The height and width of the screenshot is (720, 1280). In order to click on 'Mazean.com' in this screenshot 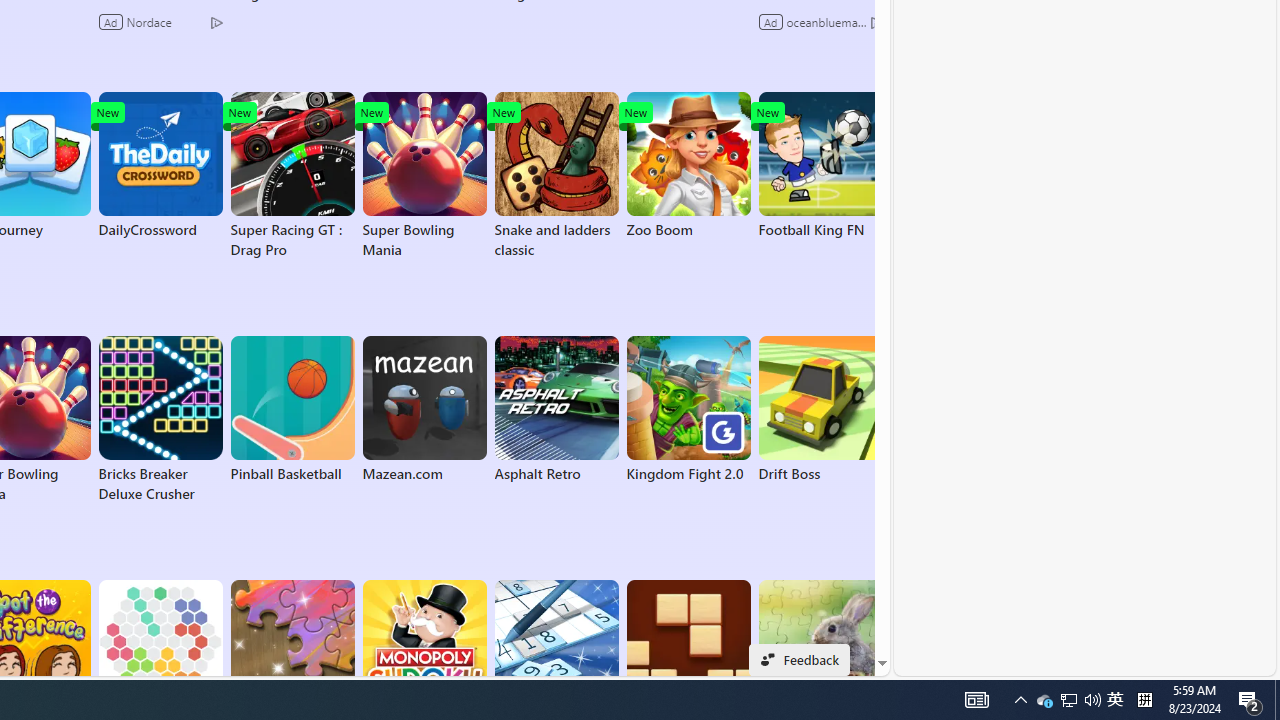, I will do `click(423, 409)`.